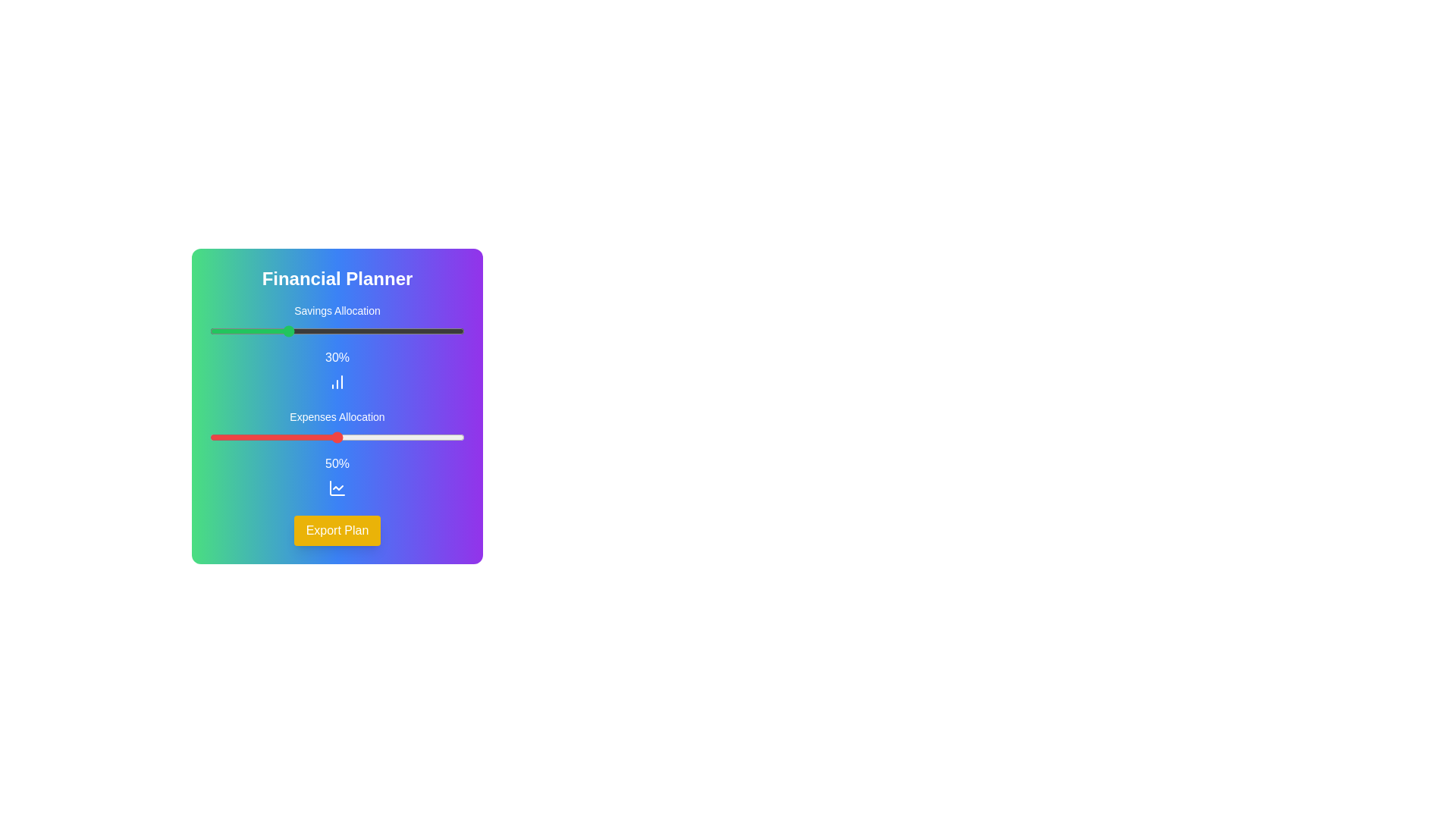 The image size is (1456, 819). I want to click on the expenses allocation slider, so click(400, 438).